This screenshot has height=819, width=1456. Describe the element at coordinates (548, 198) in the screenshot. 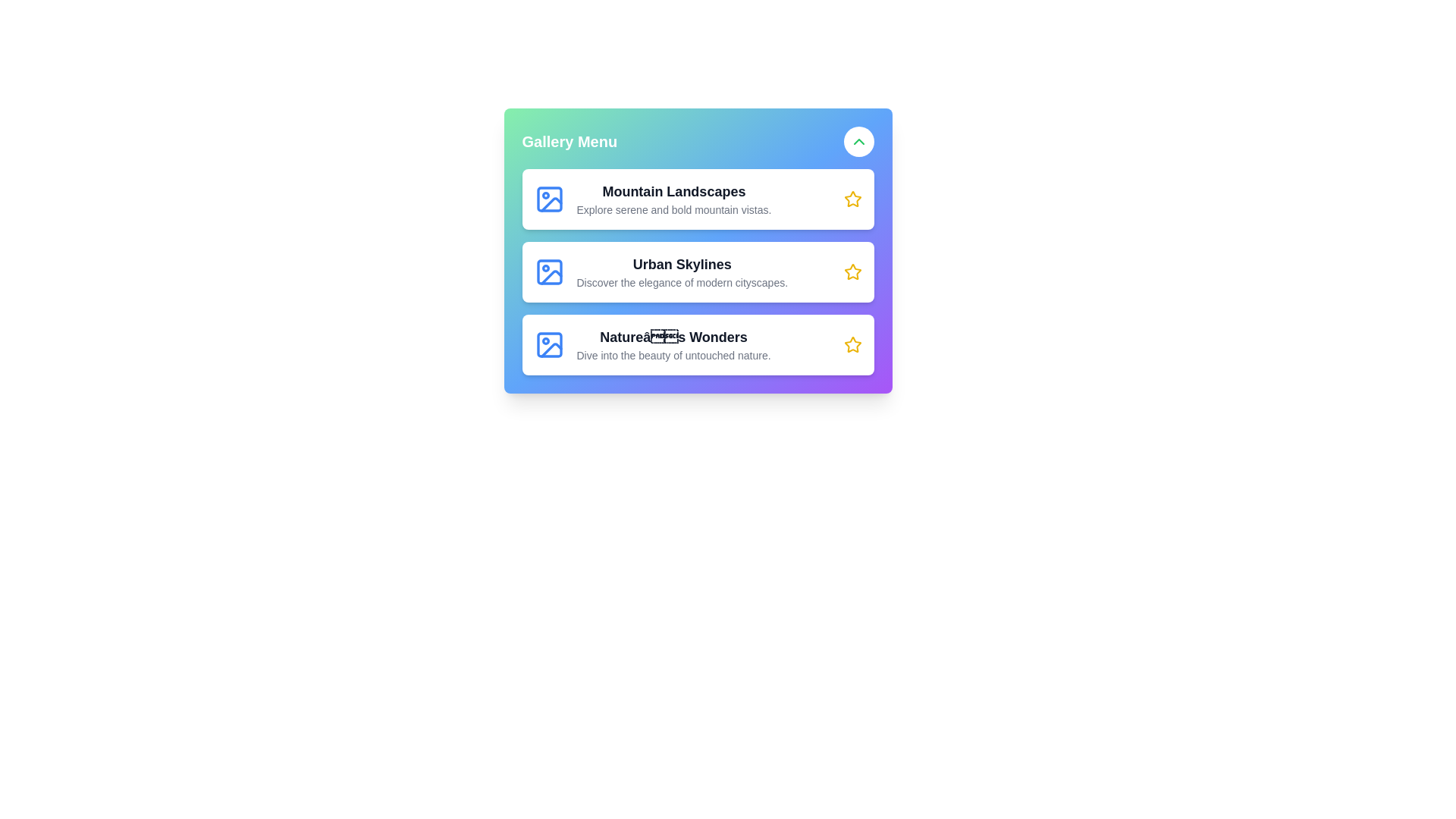

I see `the gallery icon for Mountain Landscapes` at that location.